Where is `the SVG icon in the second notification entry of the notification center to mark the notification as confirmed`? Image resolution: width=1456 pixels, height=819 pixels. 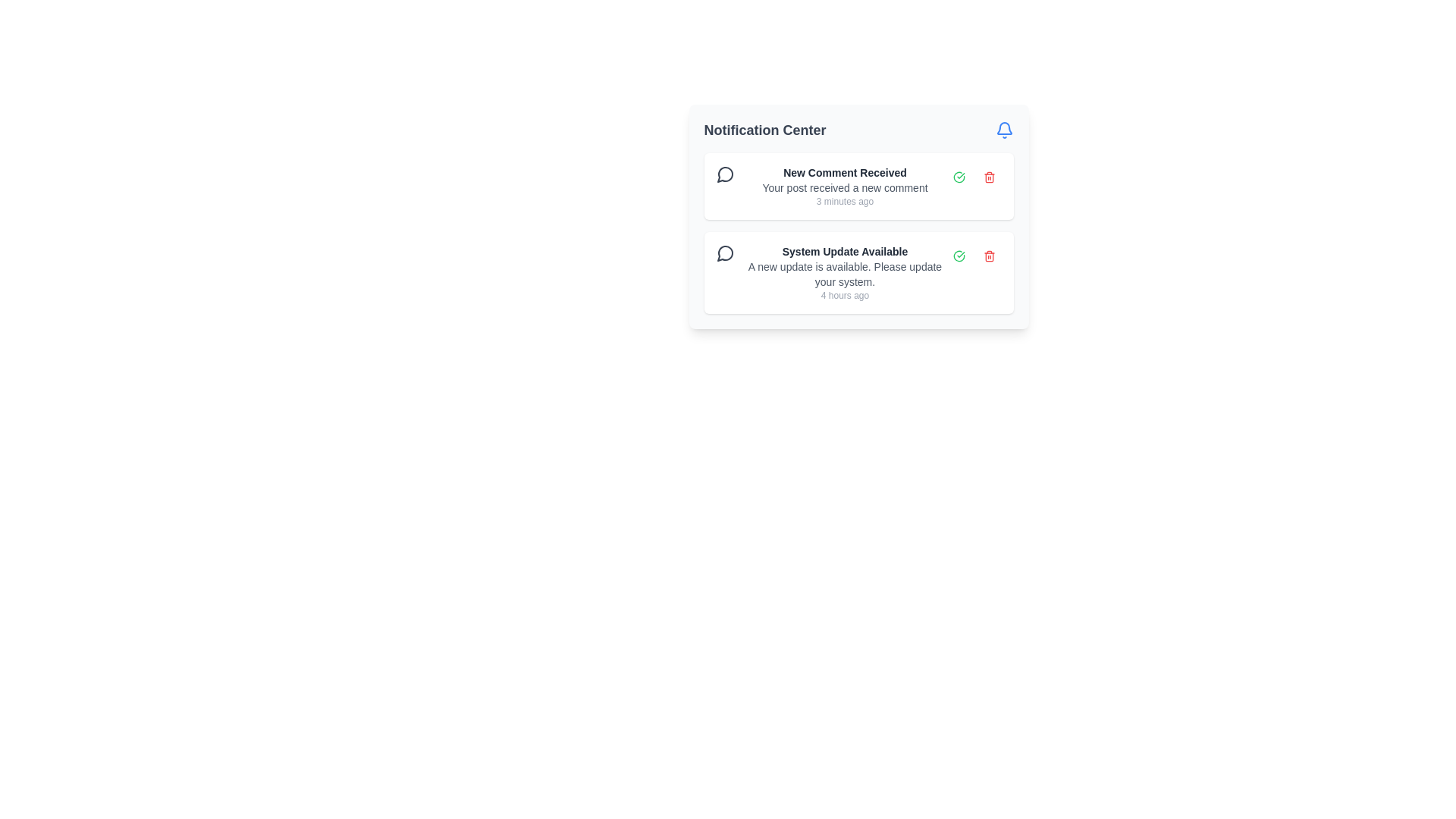 the SVG icon in the second notification entry of the notification center to mark the notification as confirmed is located at coordinates (958, 256).